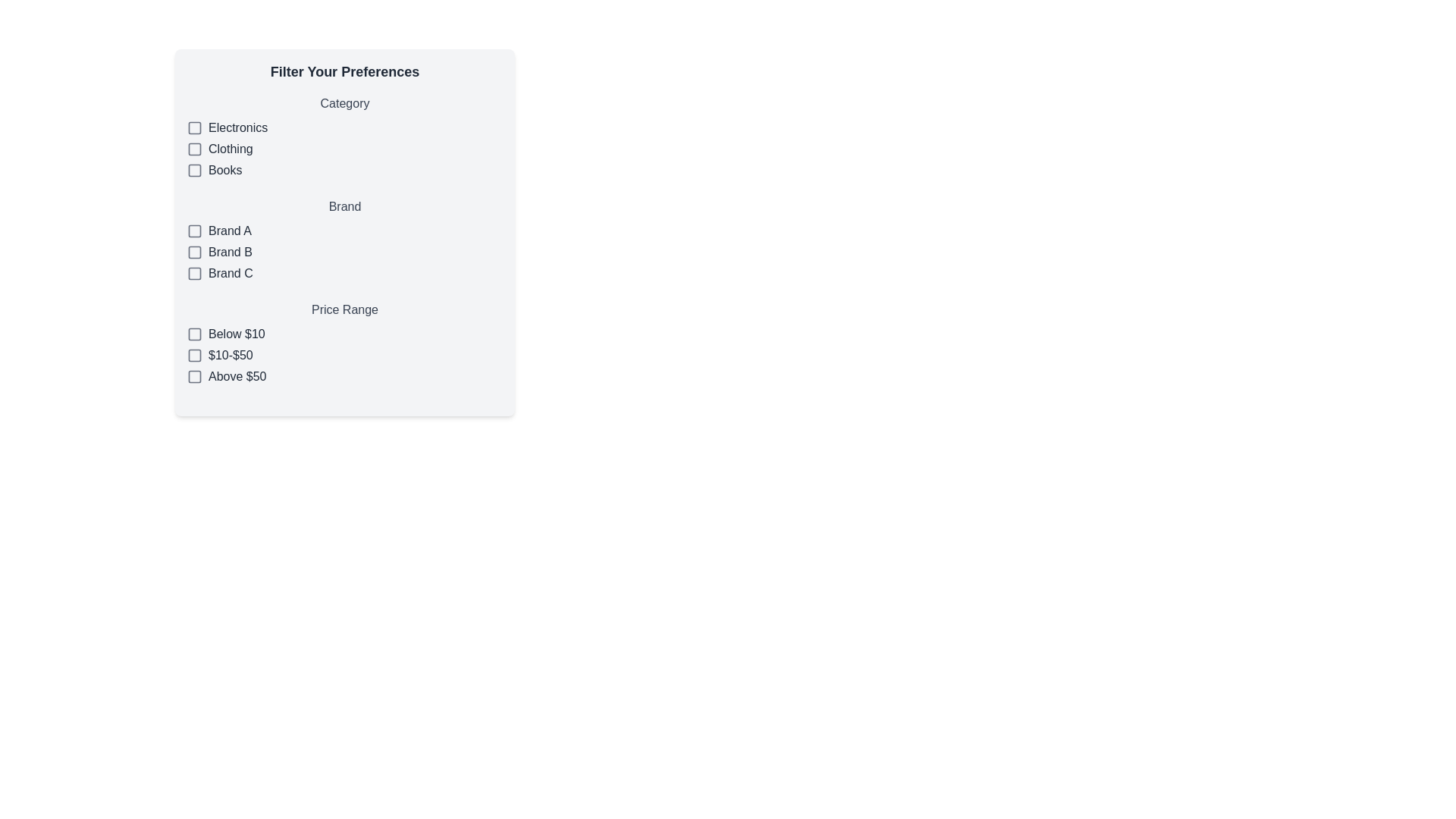 The image size is (1456, 819). Describe the element at coordinates (194, 149) in the screenshot. I see `the empty square-shaped checkbox next to the 'Clothing' label in the 'Category' section` at that location.